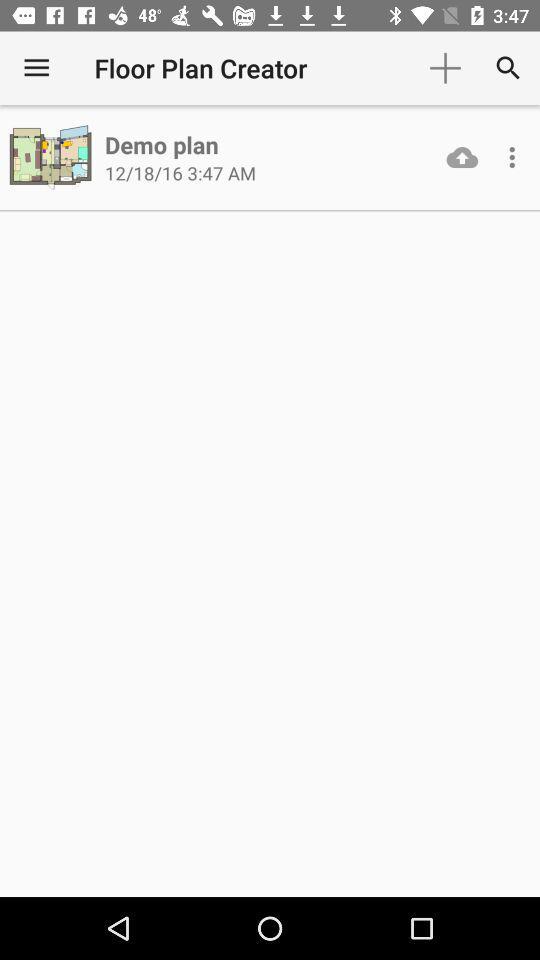  What do you see at coordinates (180, 172) in the screenshot?
I see `the 12 18 16` at bounding box center [180, 172].